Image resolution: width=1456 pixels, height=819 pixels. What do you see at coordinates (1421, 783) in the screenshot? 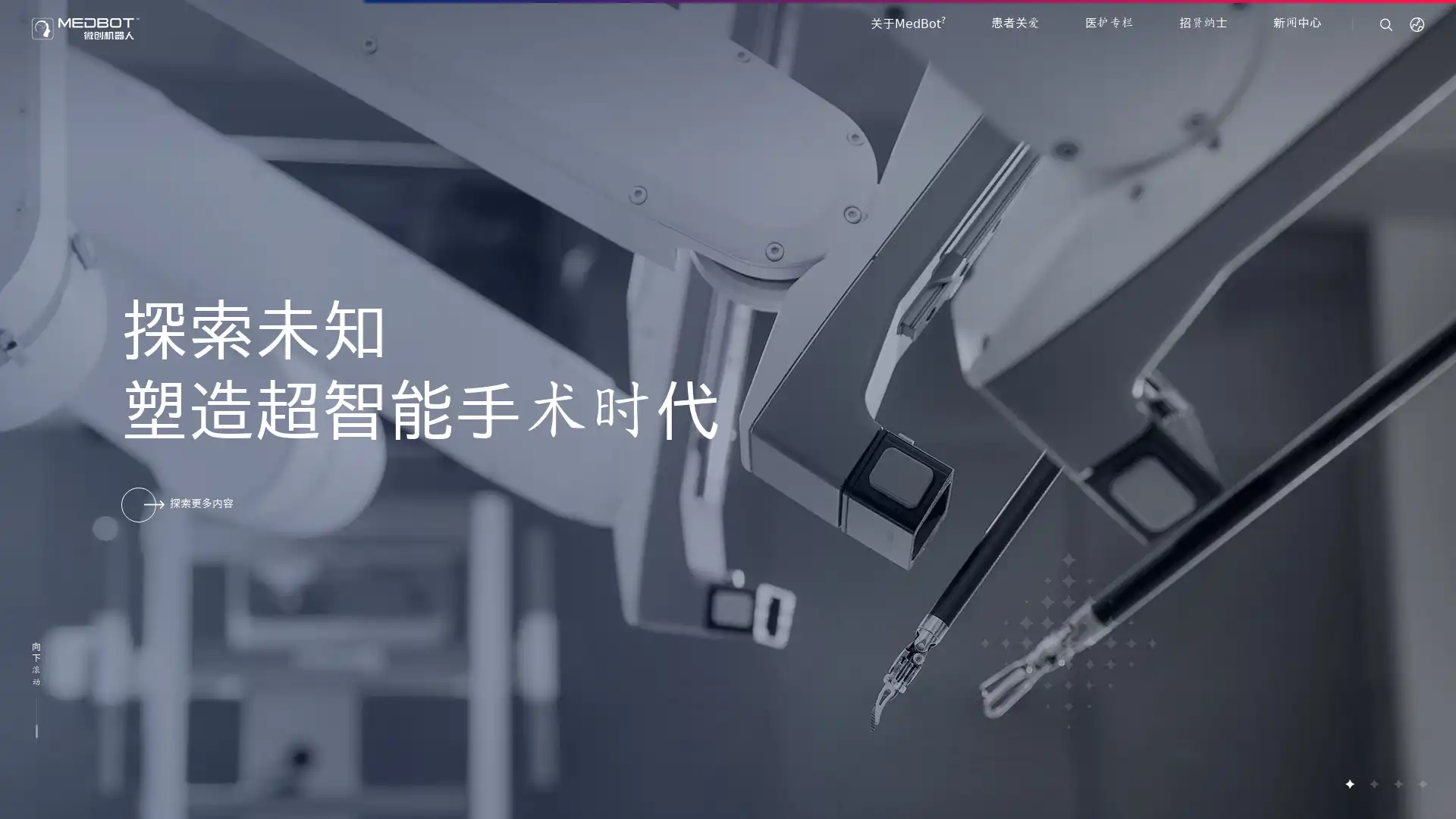
I see `Go to slide 4` at bounding box center [1421, 783].